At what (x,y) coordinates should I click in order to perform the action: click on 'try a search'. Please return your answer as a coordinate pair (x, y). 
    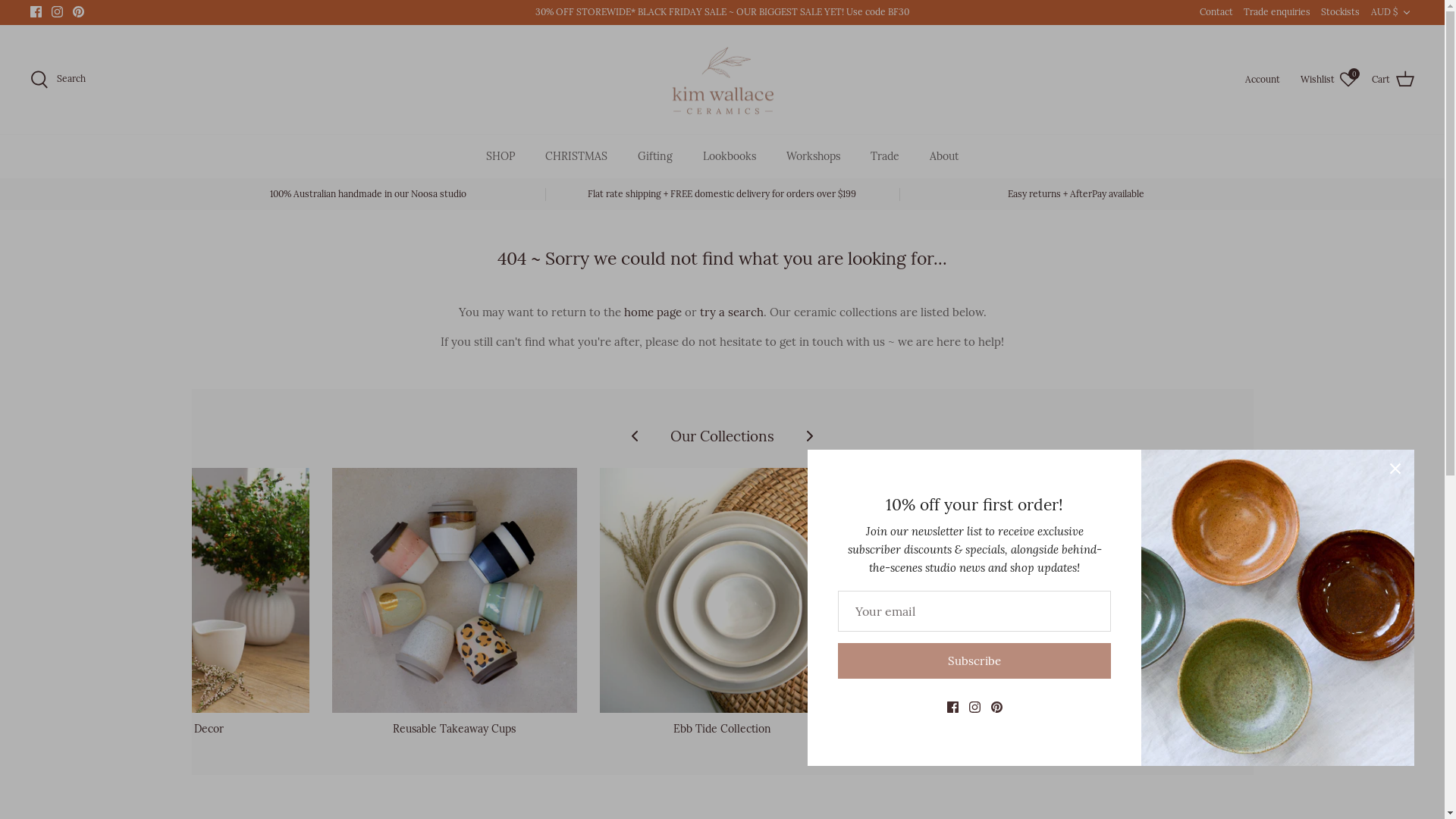
    Looking at the image, I should click on (731, 311).